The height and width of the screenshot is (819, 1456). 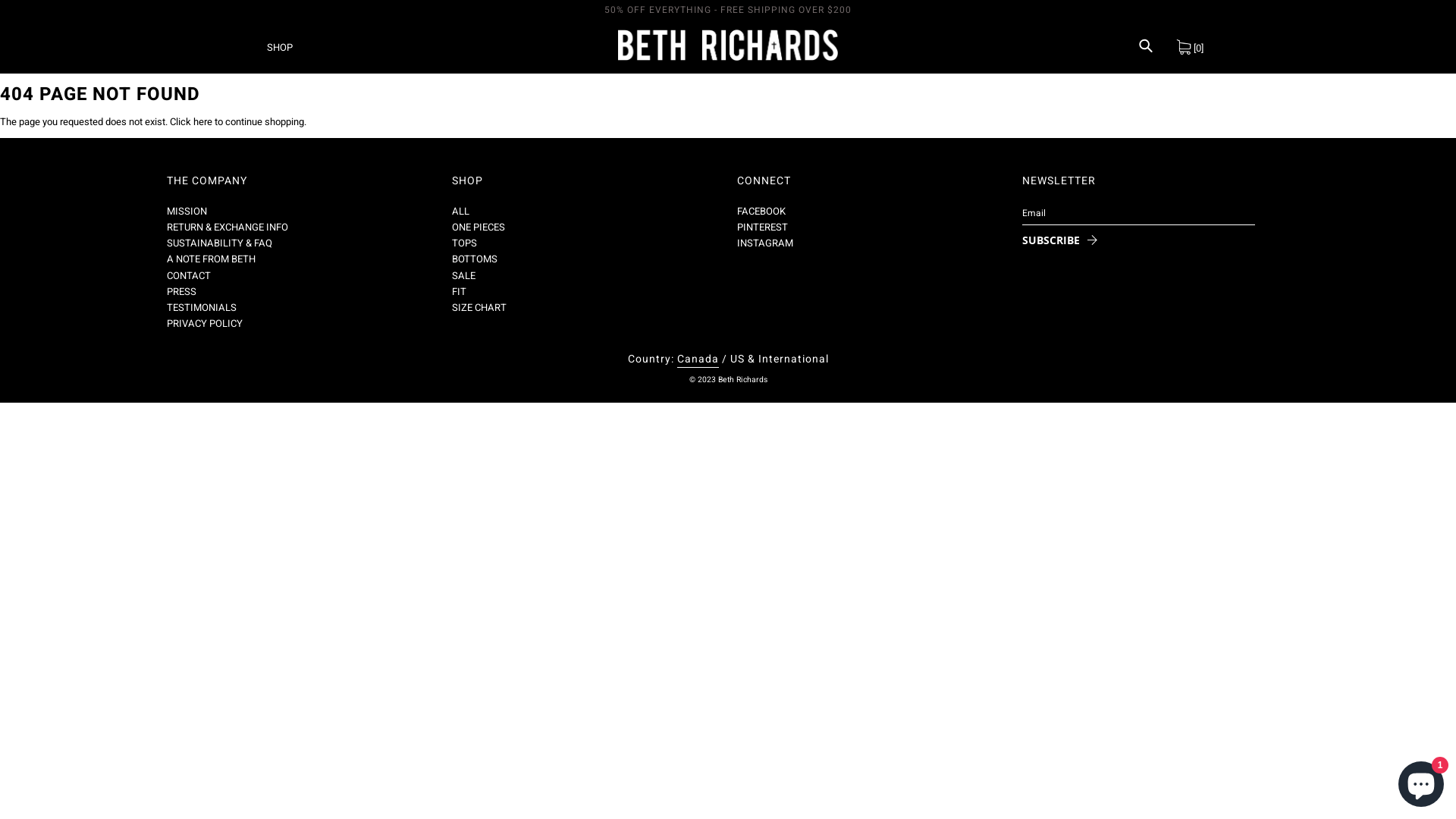 I want to click on 'SHOP', so click(x=280, y=45).